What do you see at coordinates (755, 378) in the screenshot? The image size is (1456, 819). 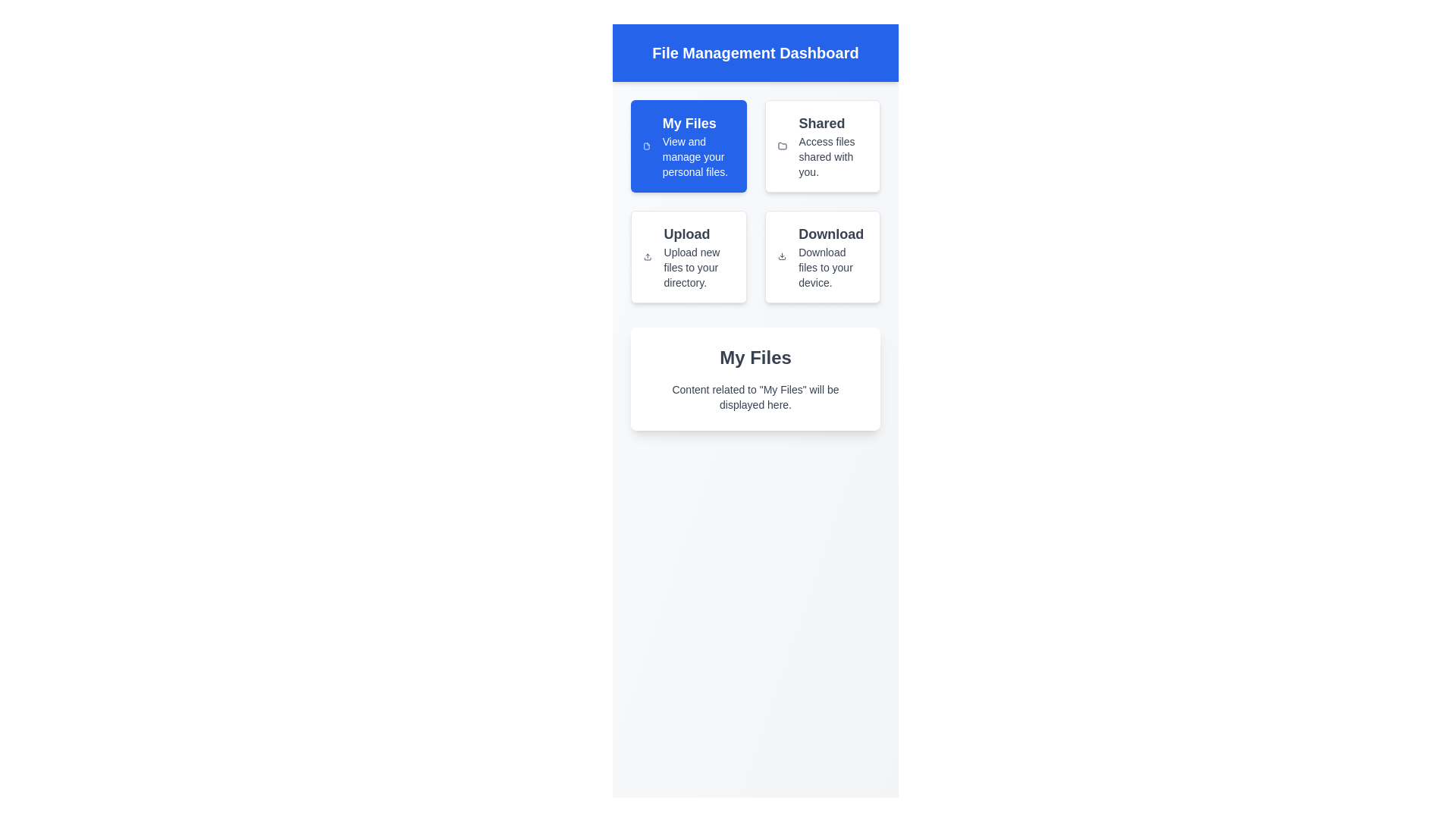 I see `textual content of the card titled 'My Files' located at the bottom section of the interface` at bounding box center [755, 378].